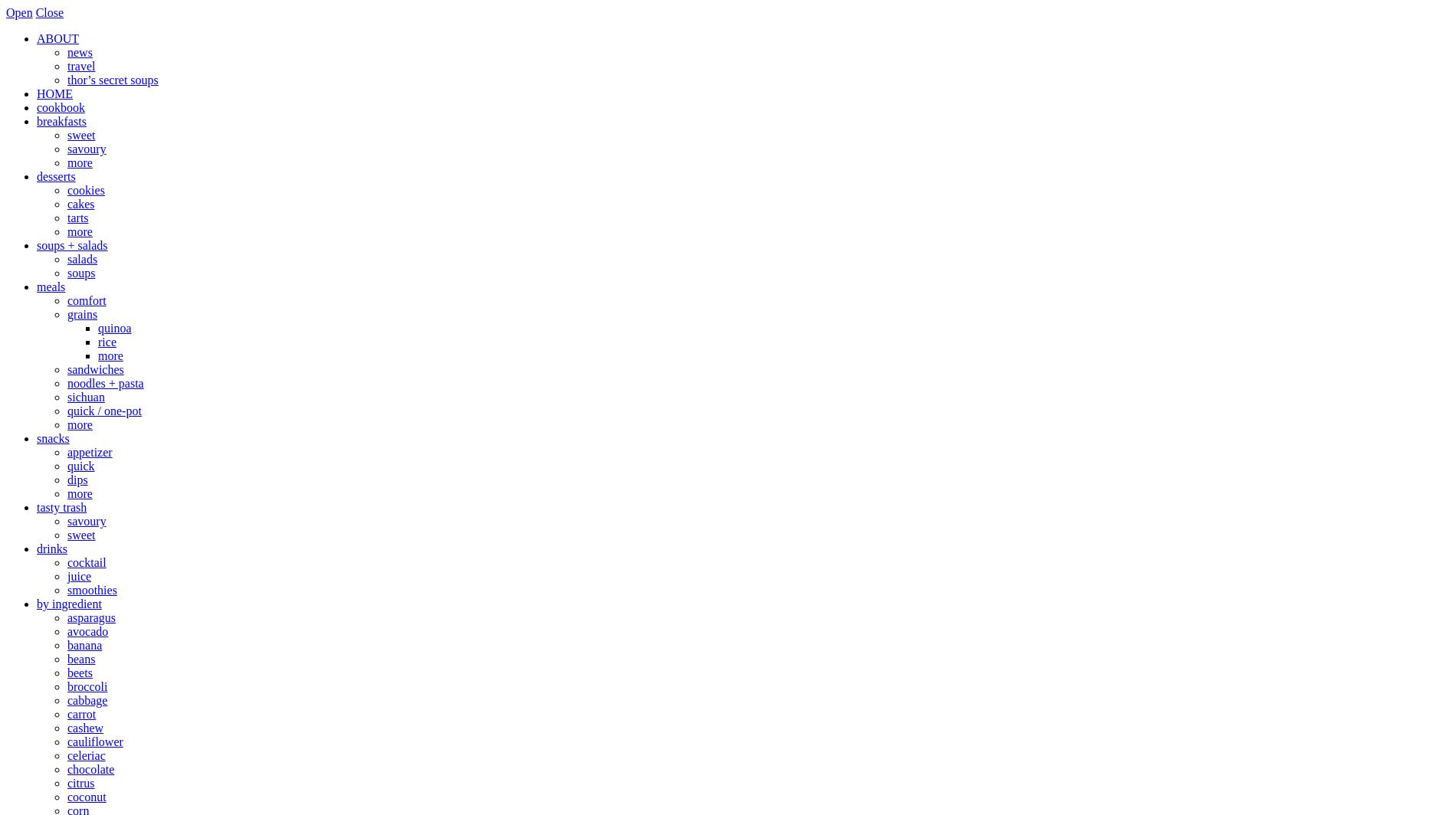 Image resolution: width=1456 pixels, height=815 pixels. Describe the element at coordinates (67, 218) in the screenshot. I see `'tarts'` at that location.